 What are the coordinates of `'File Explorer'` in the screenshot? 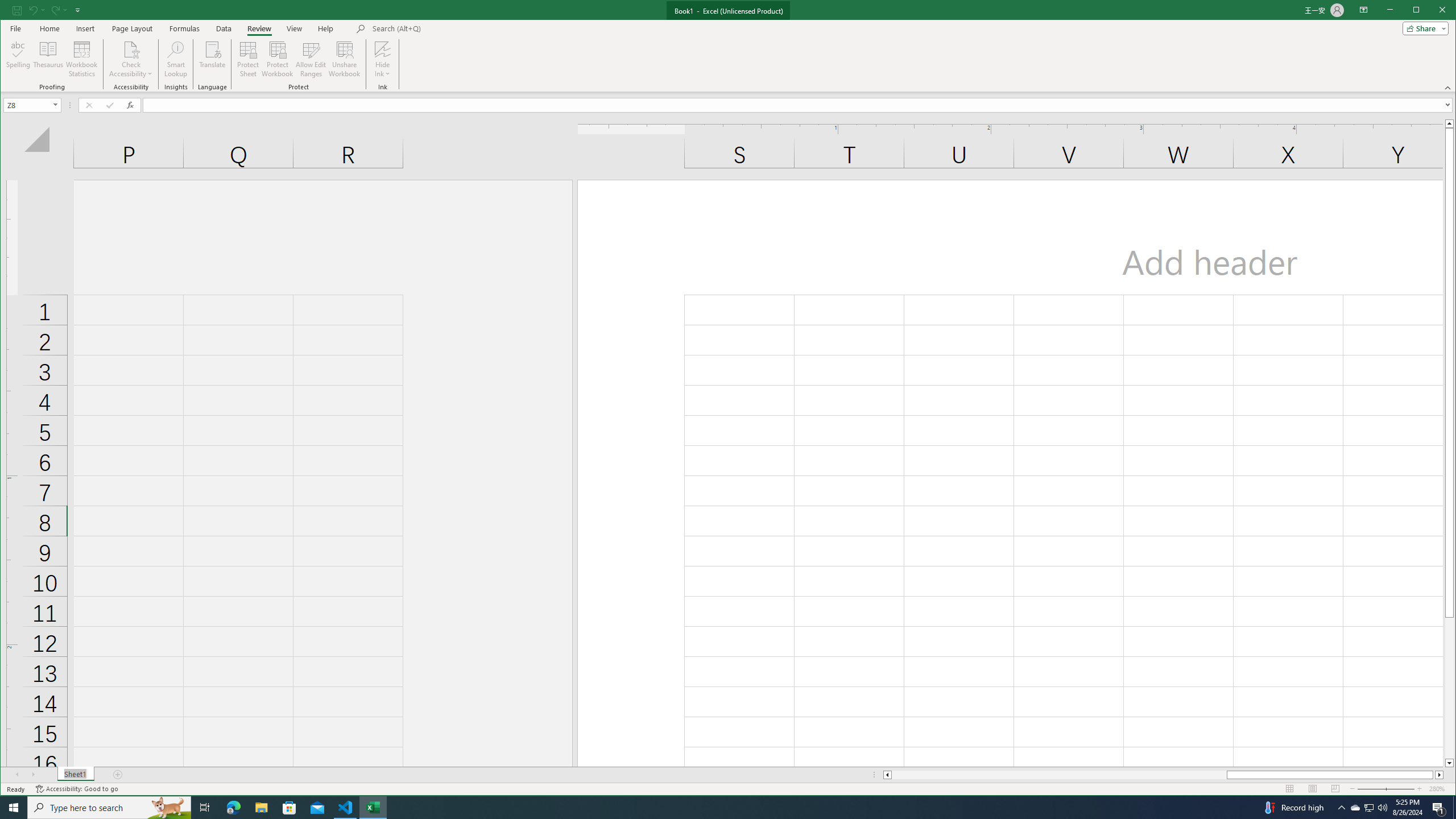 It's located at (260, 806).